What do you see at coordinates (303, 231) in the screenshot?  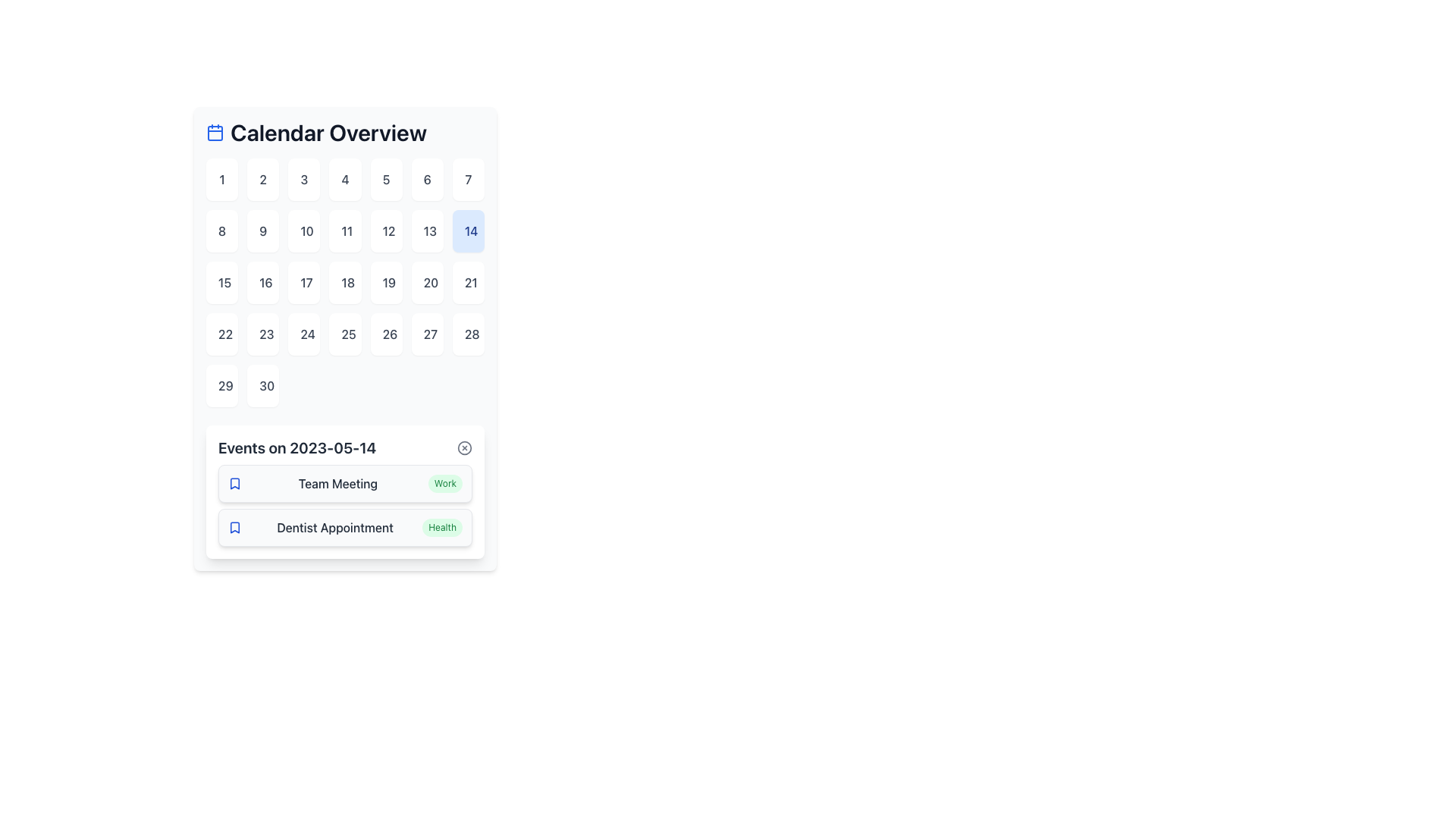 I see `the rectangular button displaying the text '10' in the calendar interface` at bounding box center [303, 231].